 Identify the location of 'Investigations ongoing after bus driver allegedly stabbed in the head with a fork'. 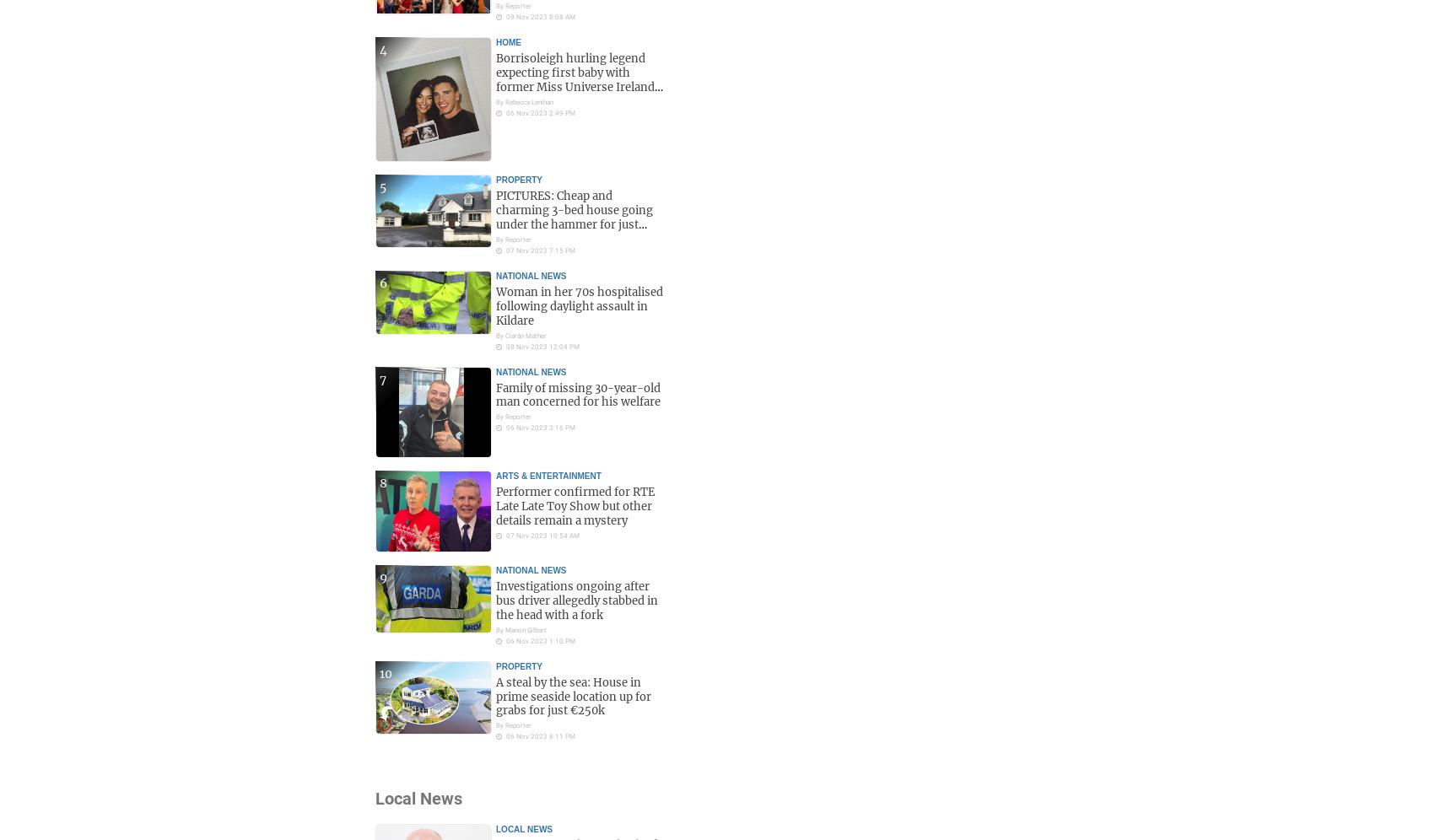
(576, 599).